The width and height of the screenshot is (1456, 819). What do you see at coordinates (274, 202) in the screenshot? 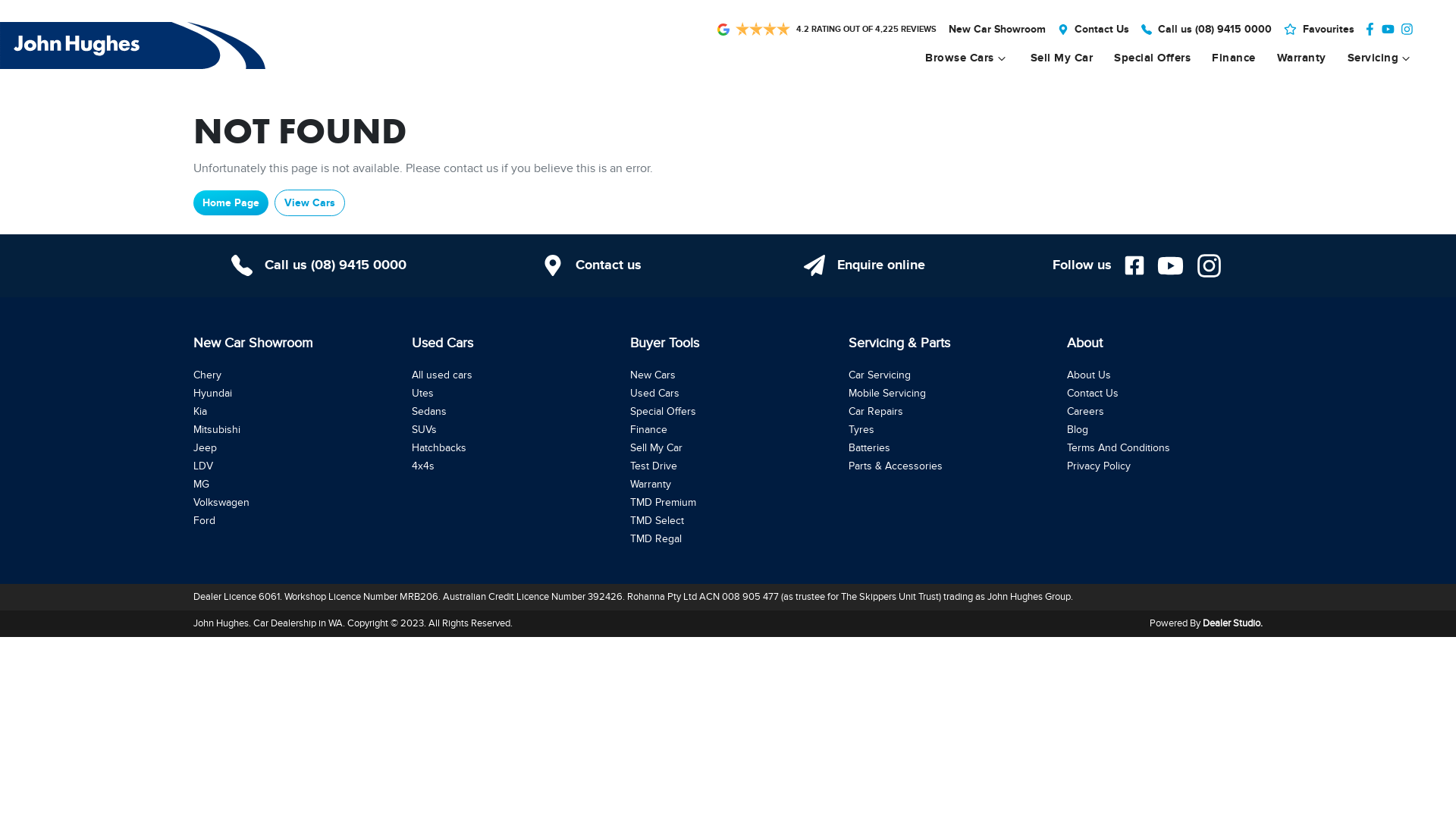
I see `'View Cars'` at bounding box center [274, 202].